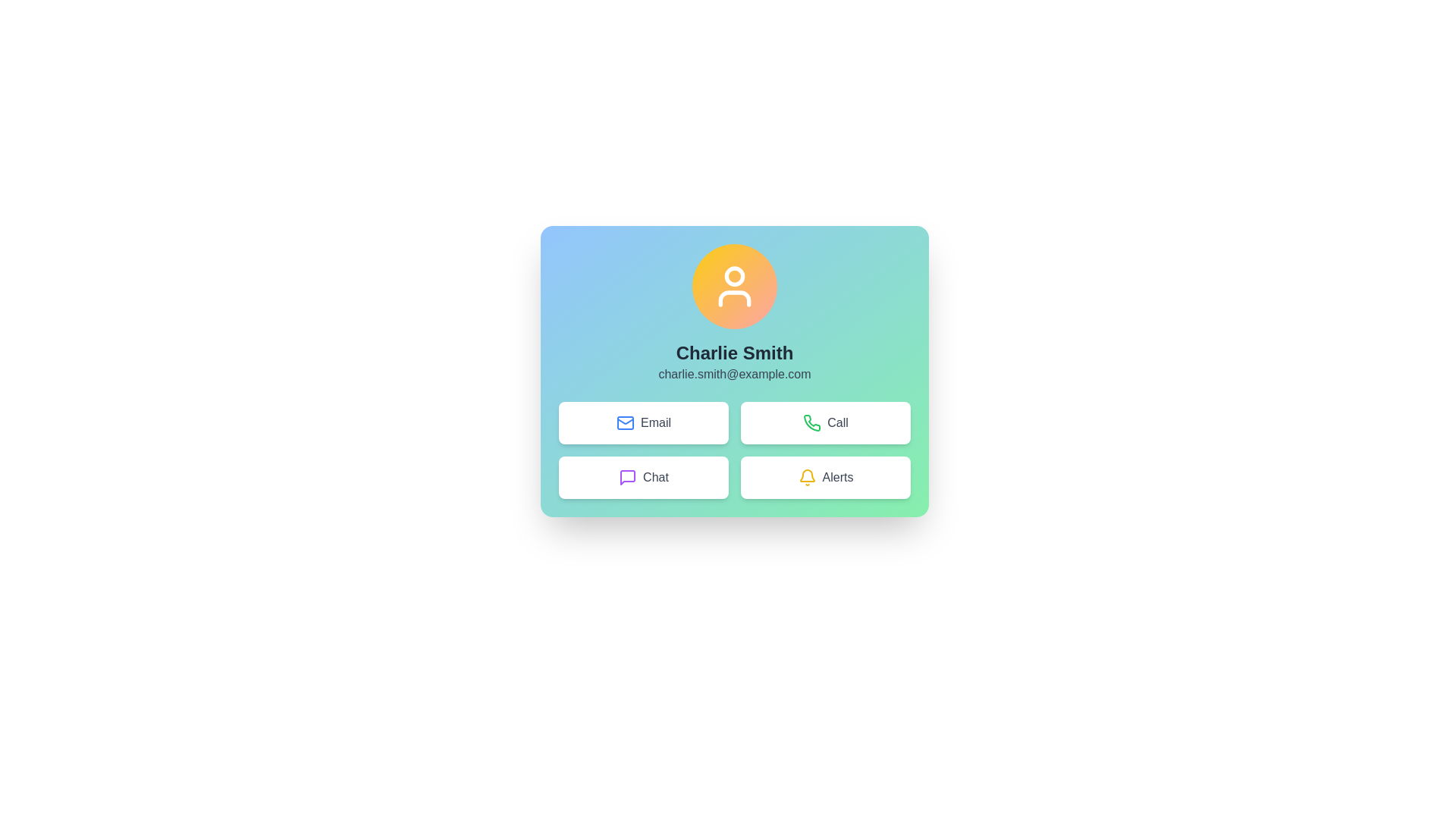  What do you see at coordinates (806, 476) in the screenshot?
I see `the notification or alert icon located in the lower-right quadrant of the card, adjacent to the 'Alerts' text` at bounding box center [806, 476].